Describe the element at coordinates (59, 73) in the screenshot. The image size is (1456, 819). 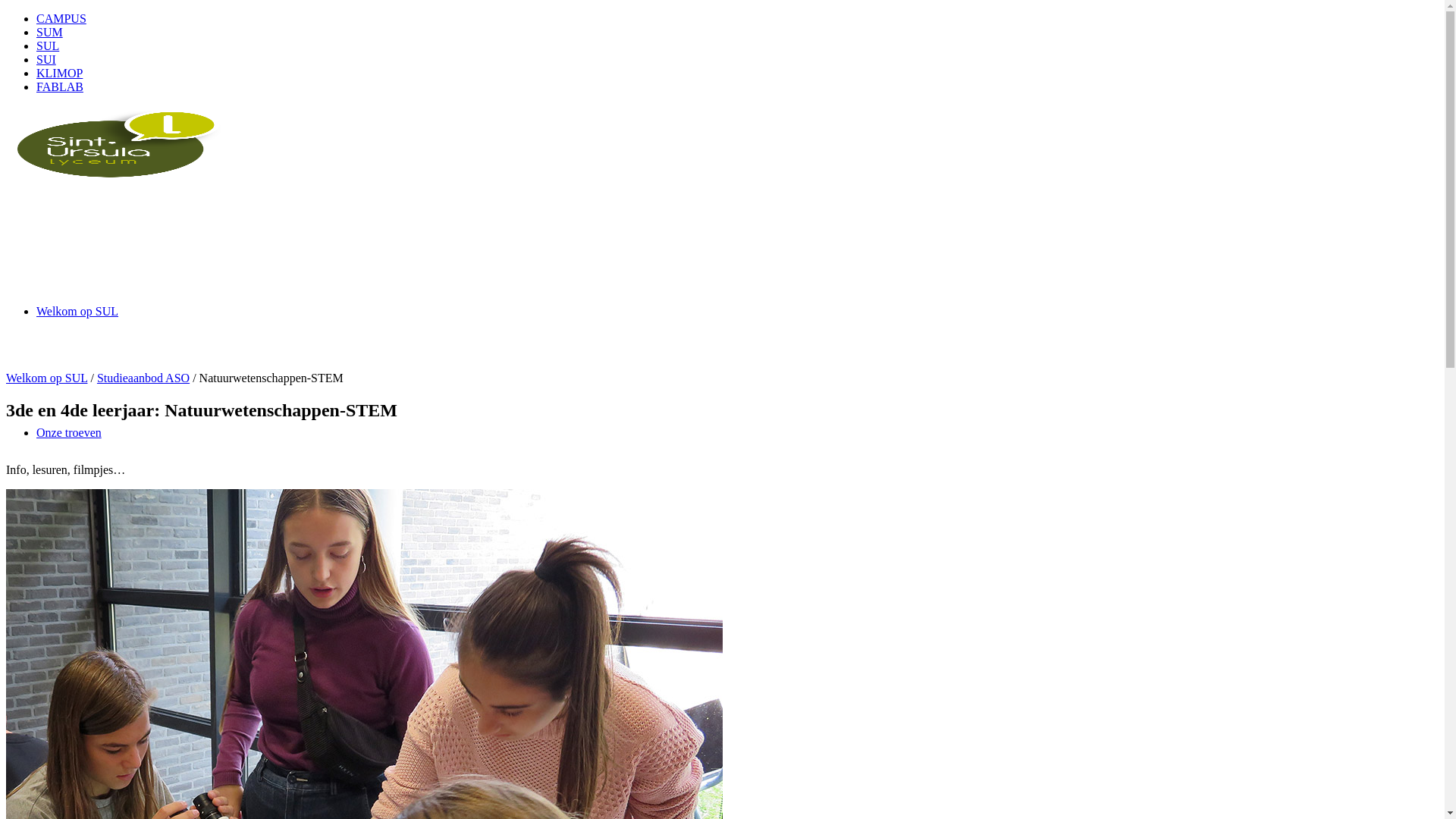
I see `'KLIMOP'` at that location.